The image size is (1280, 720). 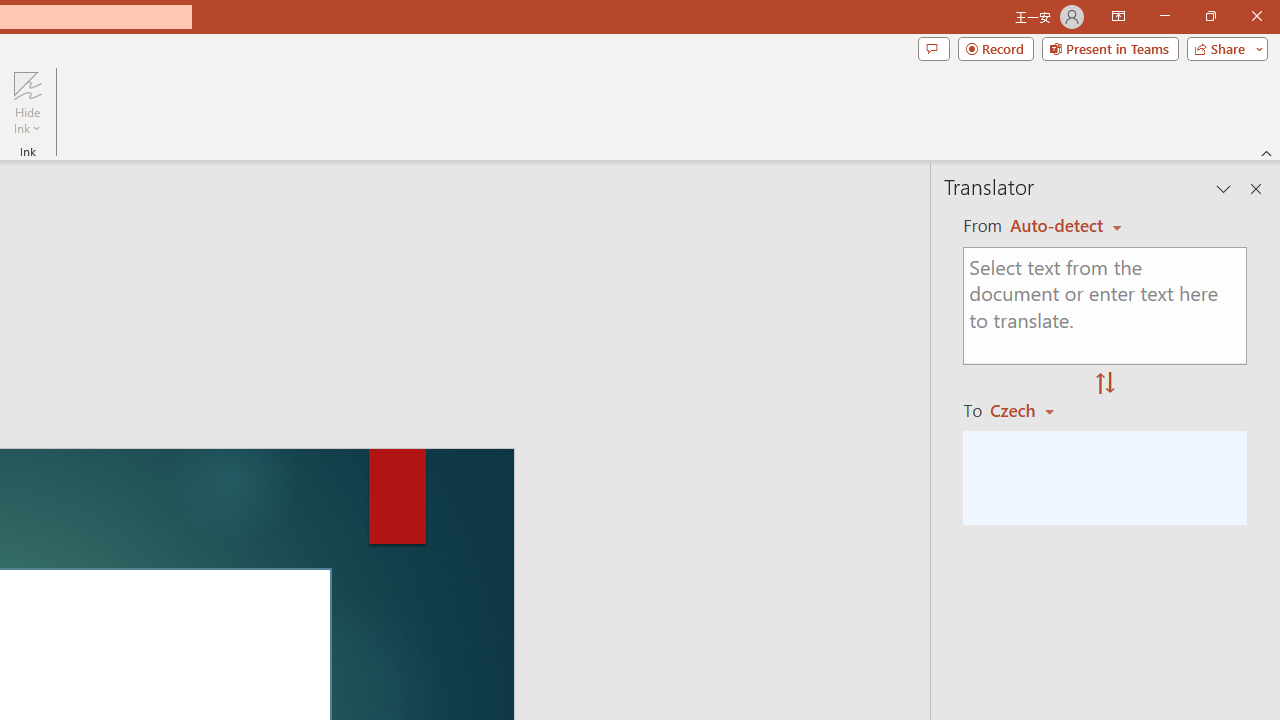 I want to click on 'Auto-detect', so click(x=1065, y=225).